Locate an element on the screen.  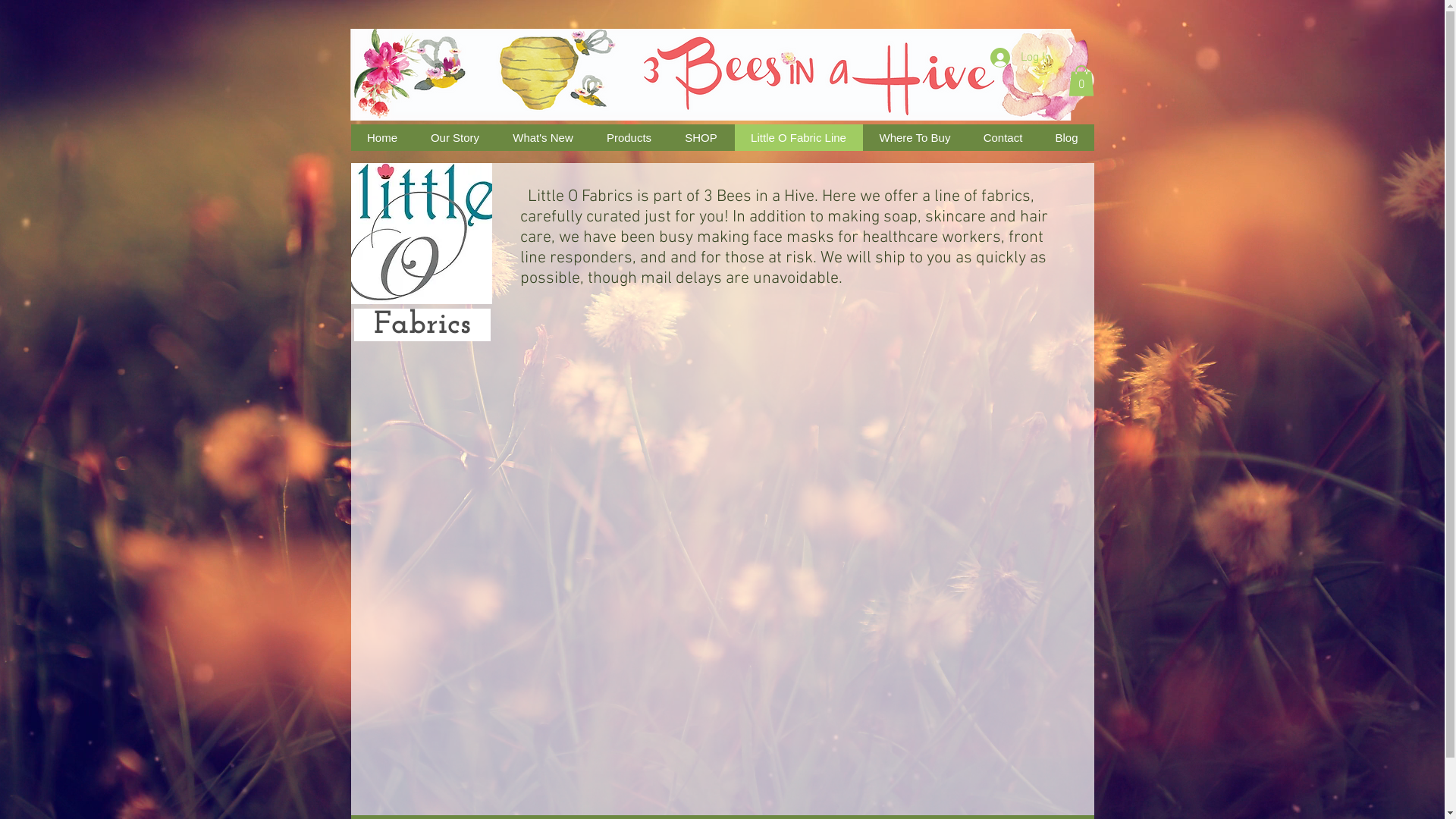
'0' is located at coordinates (1066, 80).